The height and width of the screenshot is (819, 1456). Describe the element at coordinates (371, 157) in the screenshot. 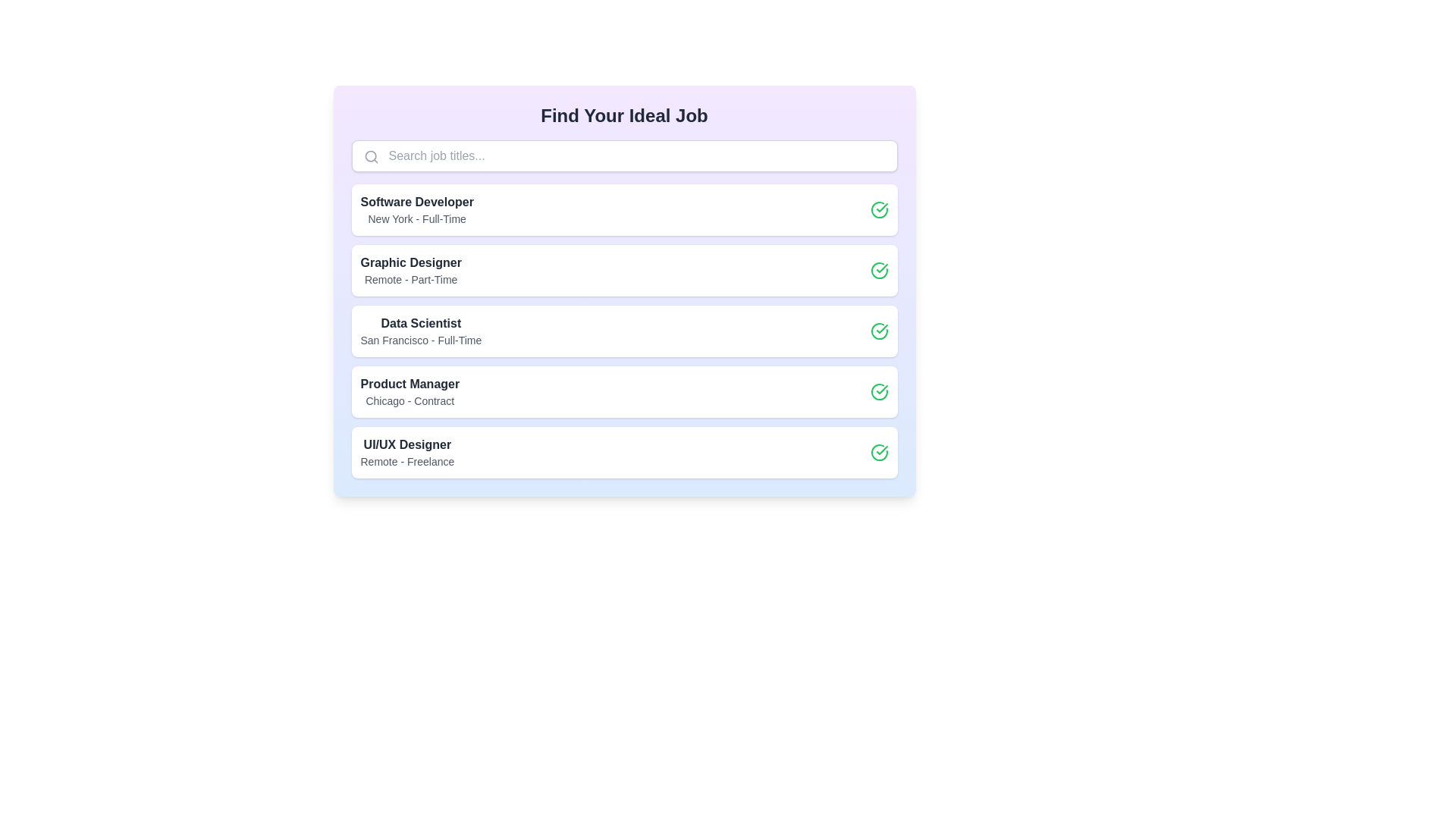

I see `the search icon located near the left edge of the search bar` at that location.